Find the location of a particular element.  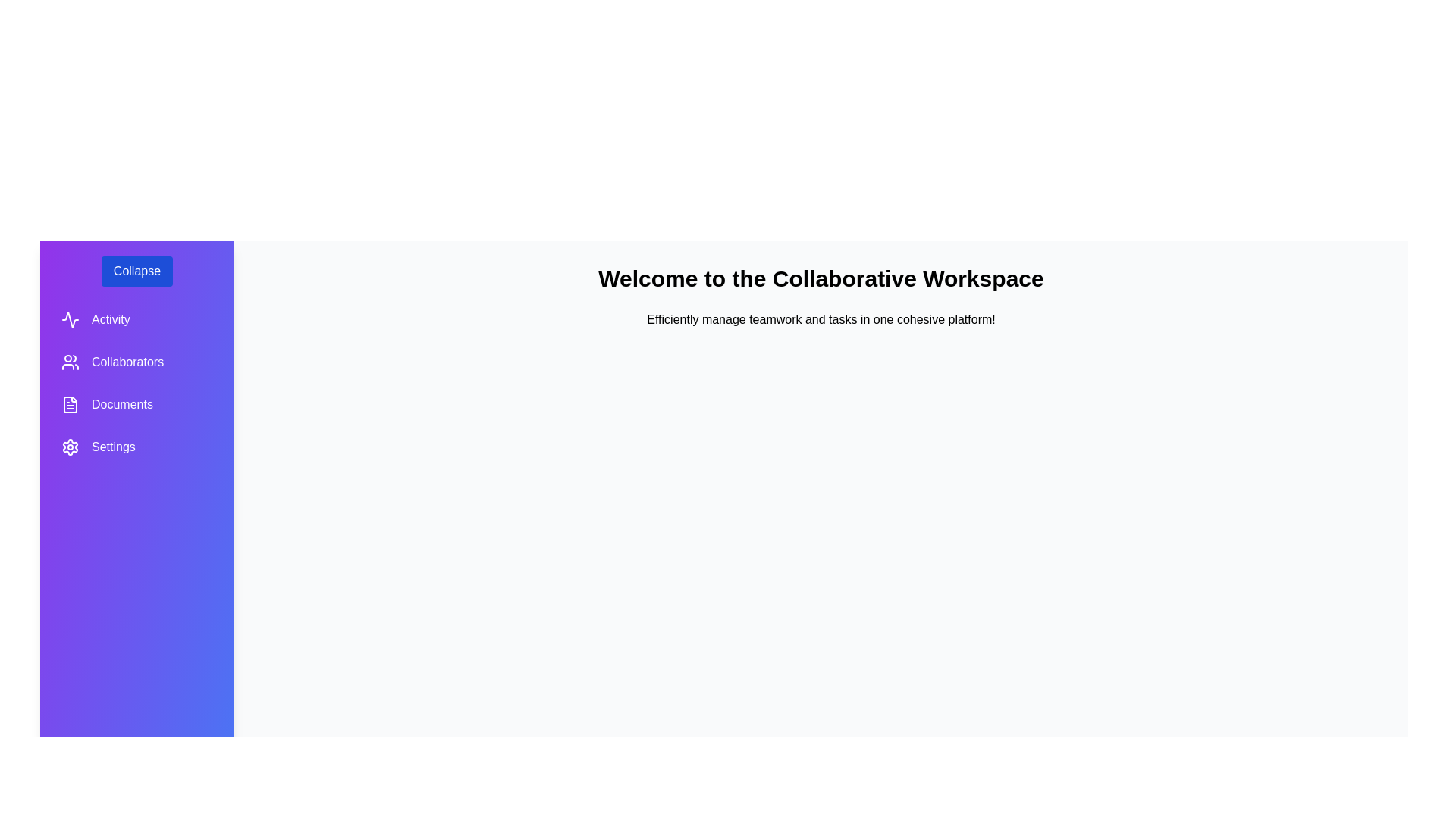

the non-interactive element labeled Welcome to the Collaborative Workspace is located at coordinates (821, 278).